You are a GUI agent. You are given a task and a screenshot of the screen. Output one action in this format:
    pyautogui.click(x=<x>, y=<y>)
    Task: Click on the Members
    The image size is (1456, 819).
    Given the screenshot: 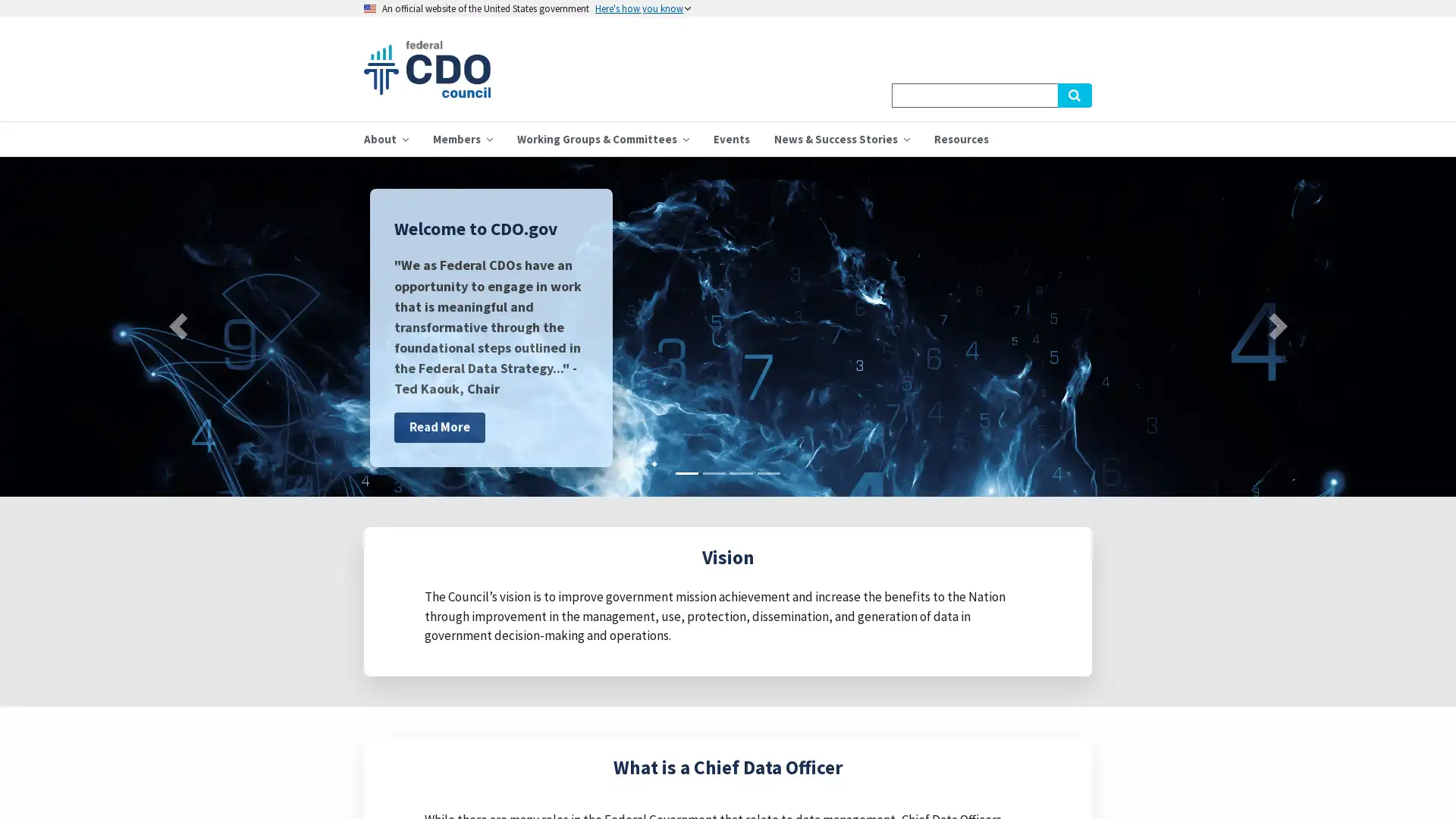 What is the action you would take?
    pyautogui.click(x=462, y=138)
    